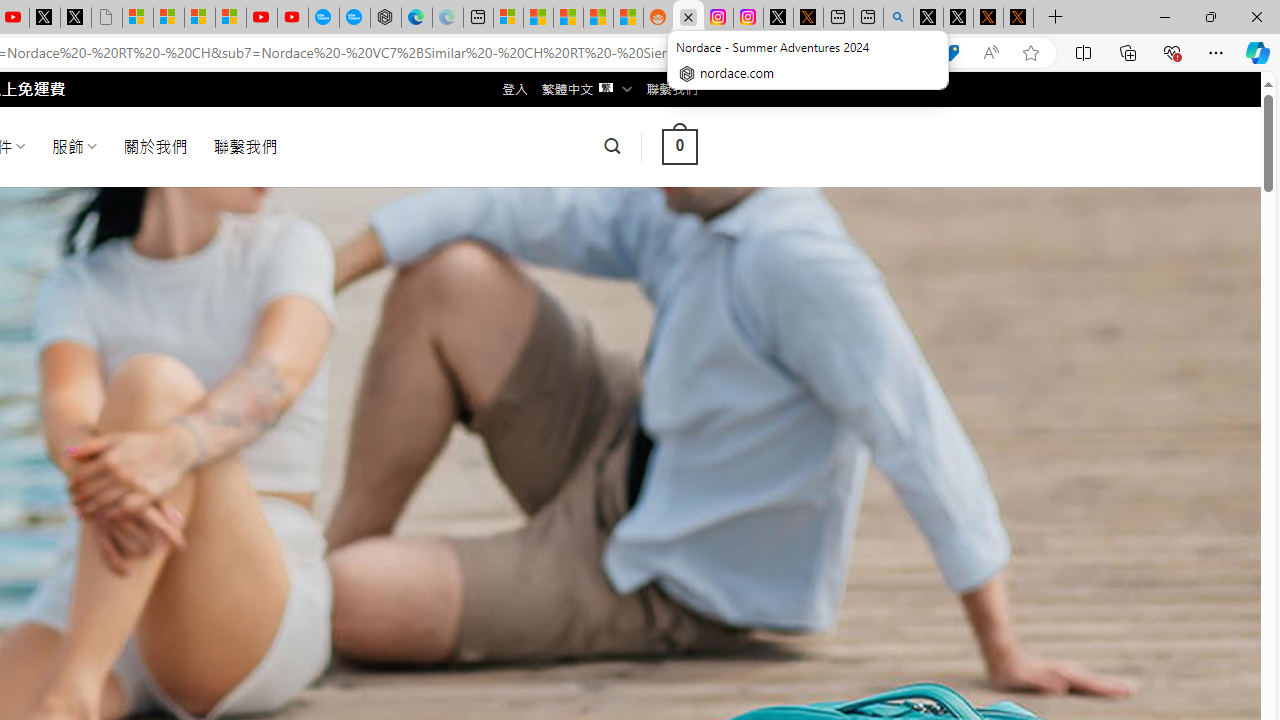 This screenshot has height=720, width=1280. Describe the element at coordinates (1018, 17) in the screenshot. I see `'X Privacy Policy'` at that location.